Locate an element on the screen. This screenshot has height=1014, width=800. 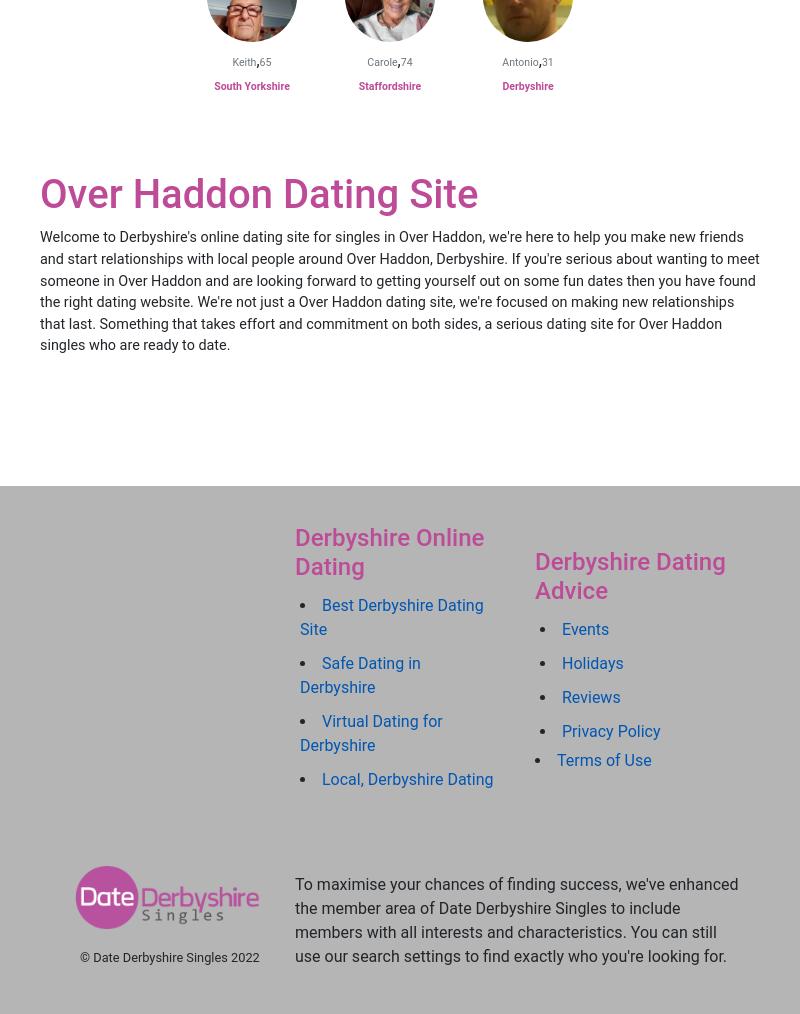
'Local, Derbyshire Dating' is located at coordinates (407, 779).